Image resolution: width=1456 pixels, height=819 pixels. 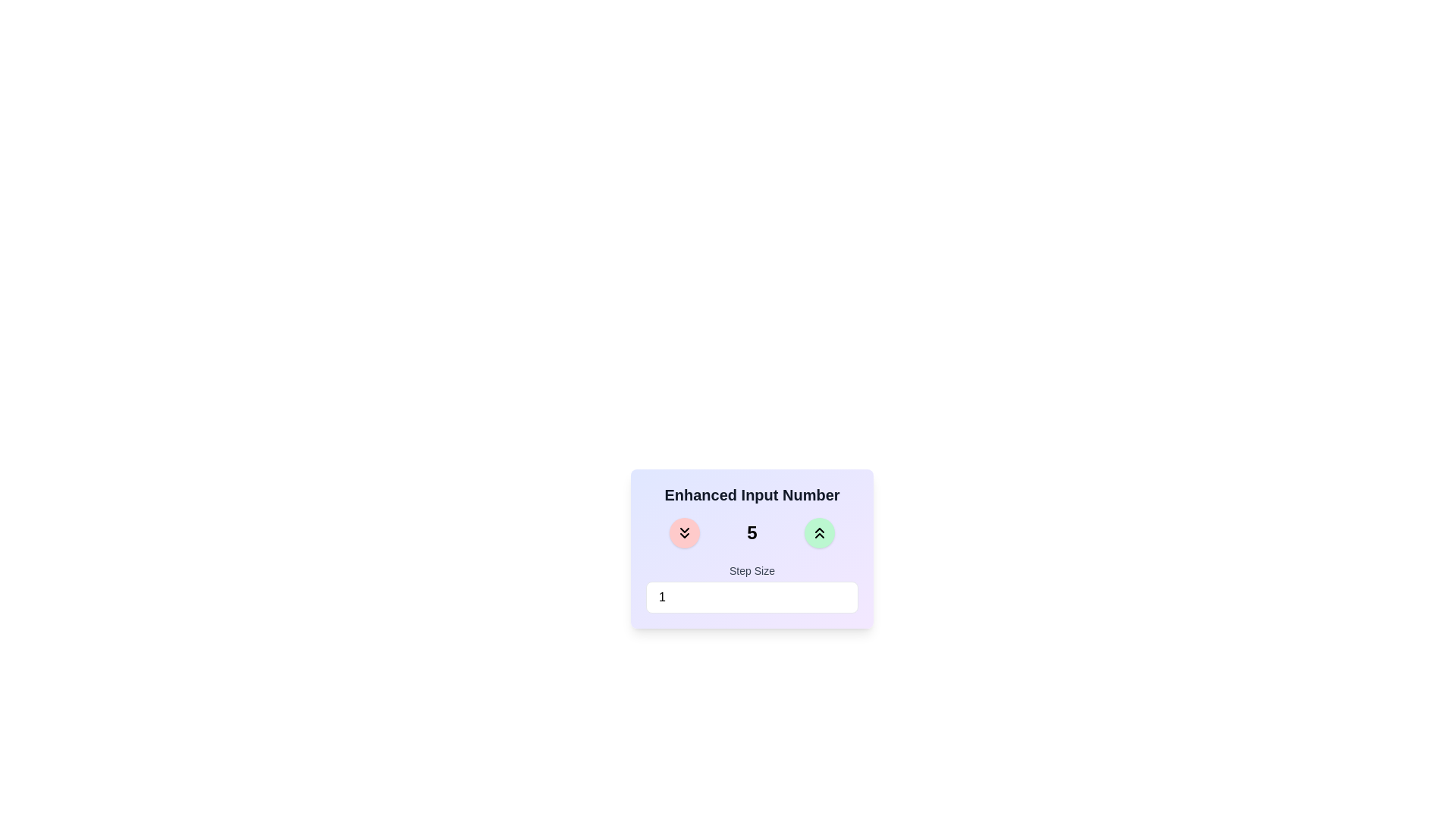 I want to click on the first button in the group of three interactive elements to the left of the central number display '5' to decrease the displayed value, so click(x=683, y=532).